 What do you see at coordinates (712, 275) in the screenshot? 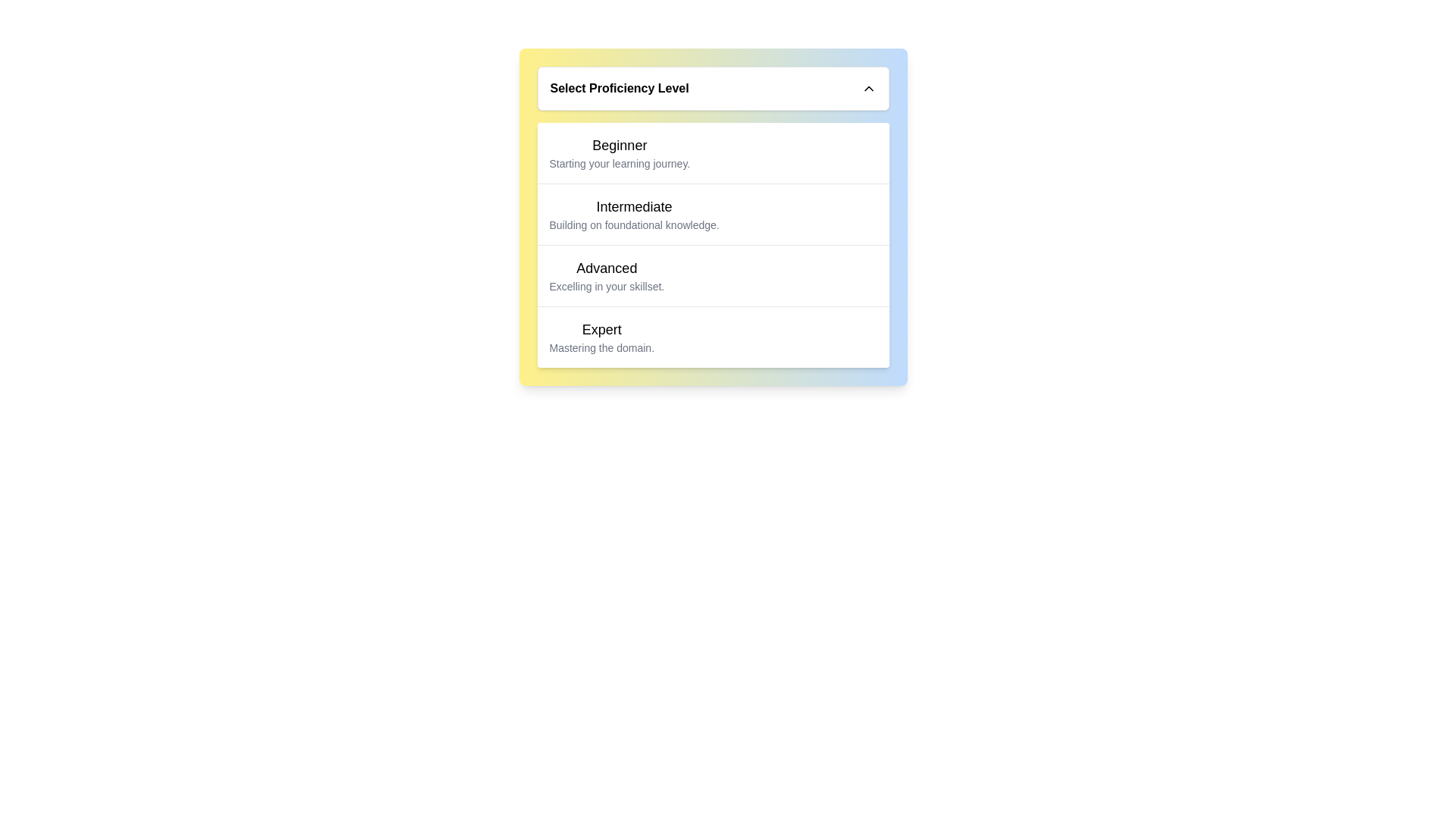
I see `the third item` at bounding box center [712, 275].